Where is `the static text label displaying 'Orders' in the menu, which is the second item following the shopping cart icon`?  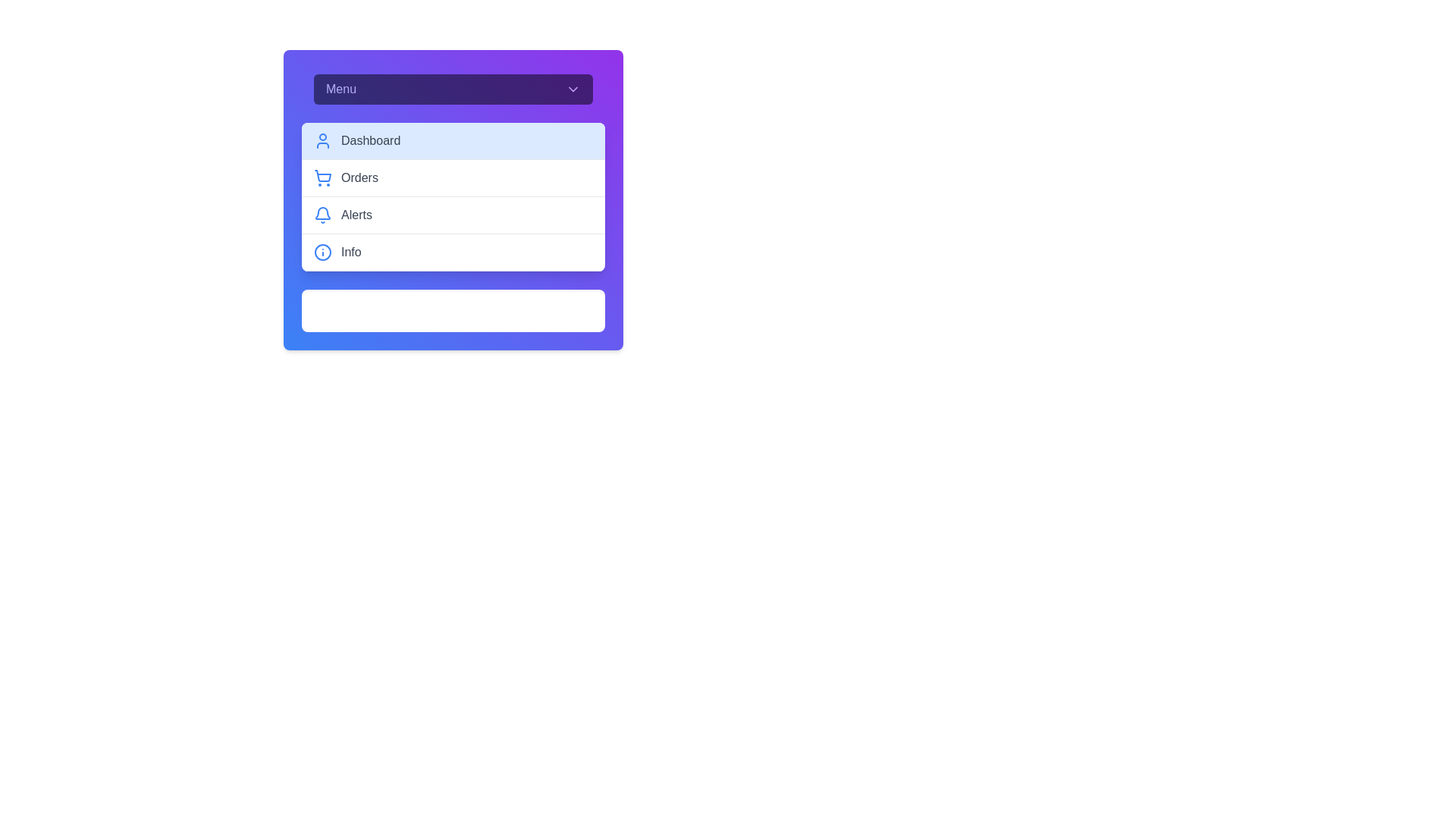 the static text label displaying 'Orders' in the menu, which is the second item following the shopping cart icon is located at coordinates (359, 177).